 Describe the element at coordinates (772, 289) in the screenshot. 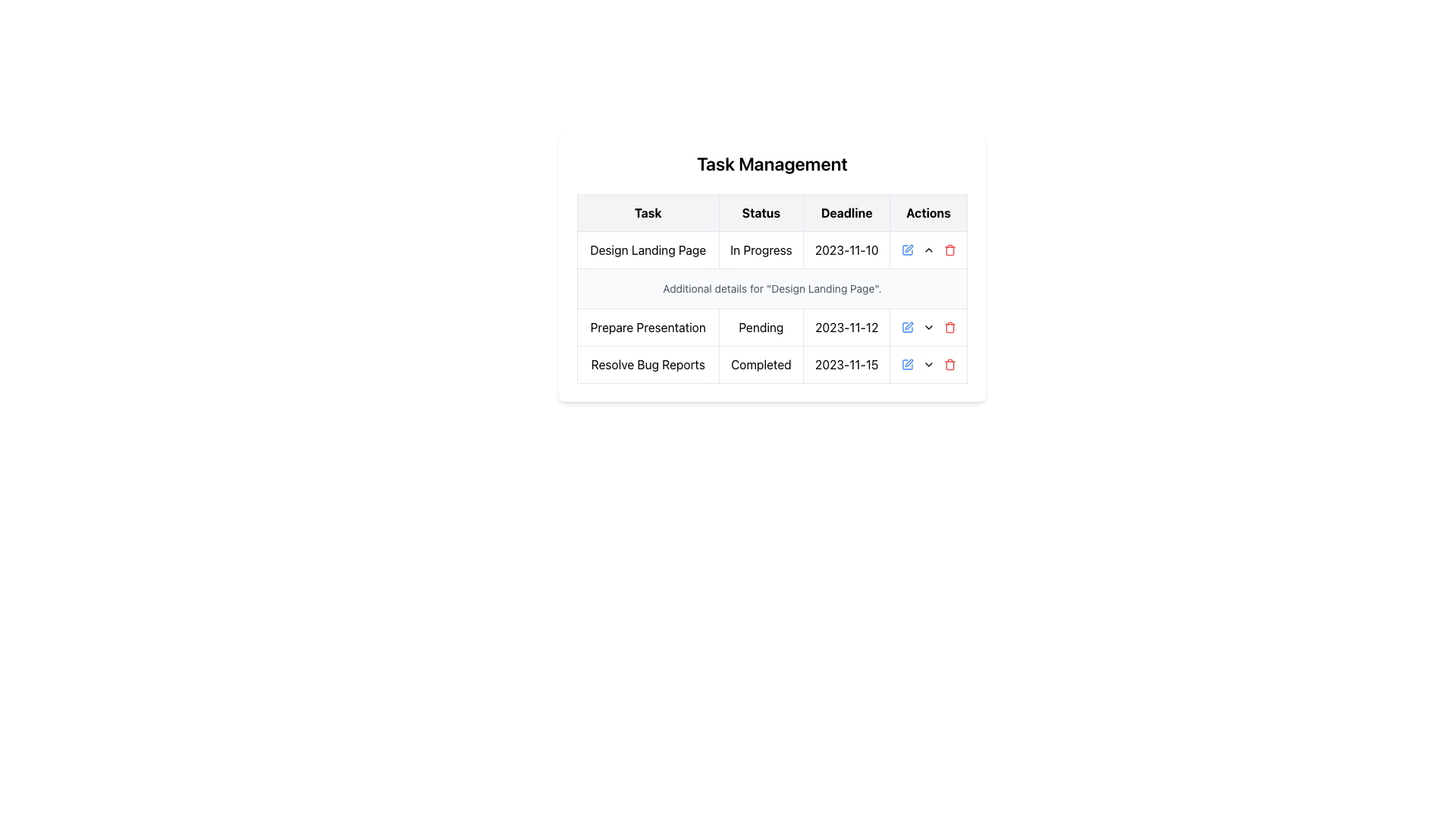

I see `the task management table element` at that location.